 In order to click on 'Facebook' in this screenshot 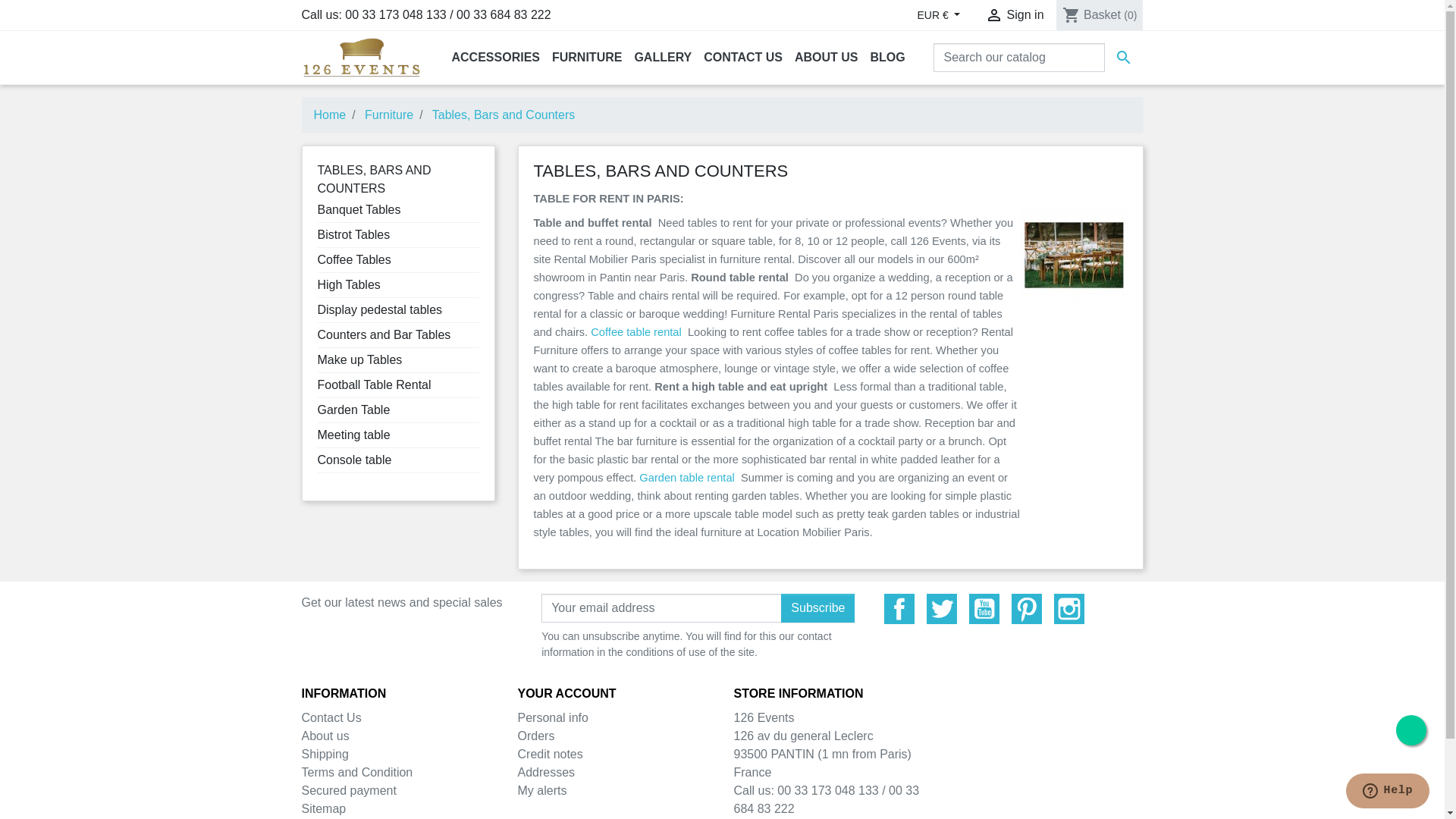, I will do `click(884, 607)`.